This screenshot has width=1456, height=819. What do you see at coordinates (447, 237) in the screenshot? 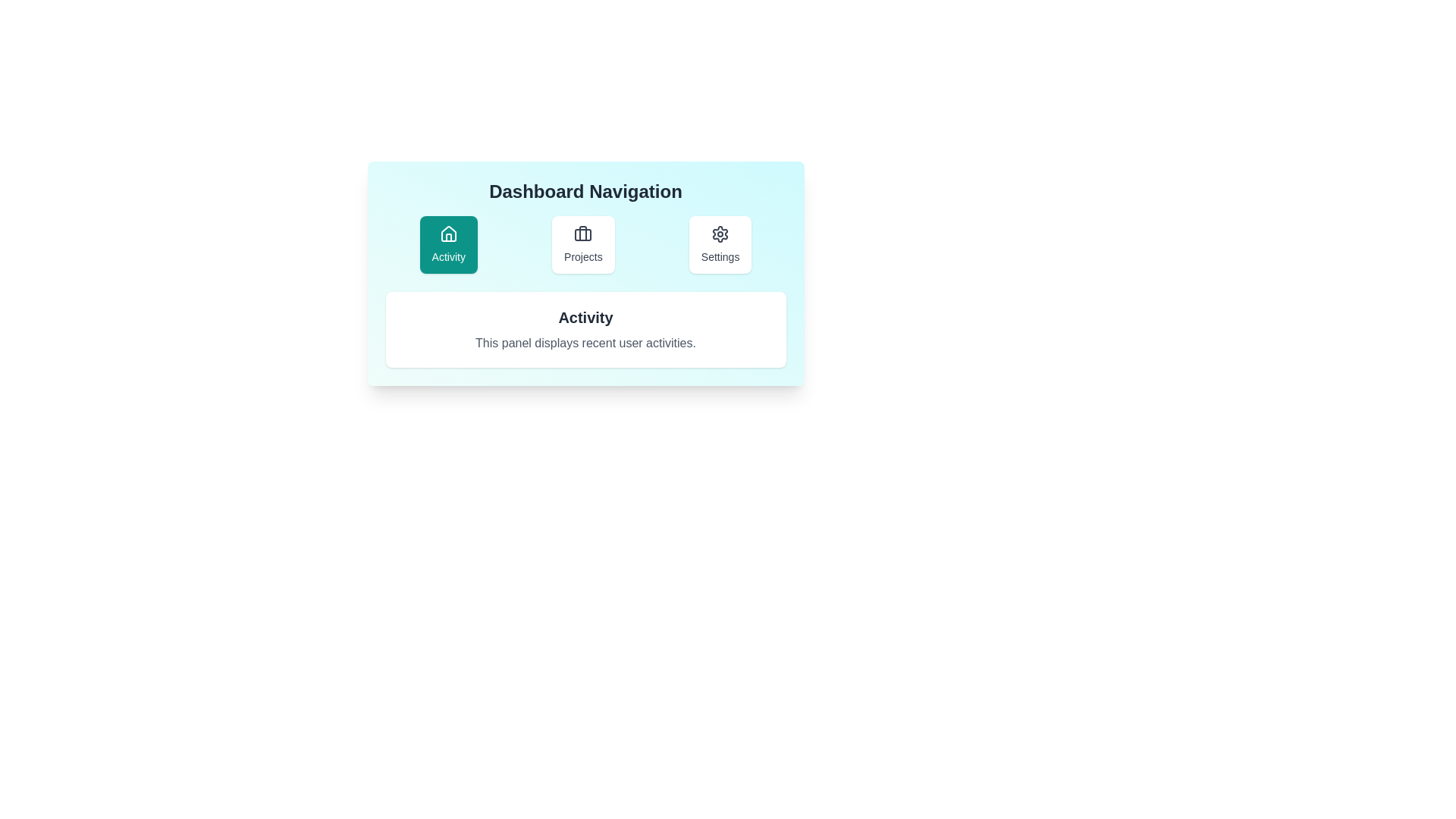
I see `the vertical structure part of the house icon within the 'Activity' button in the dashboard navigation` at bounding box center [447, 237].